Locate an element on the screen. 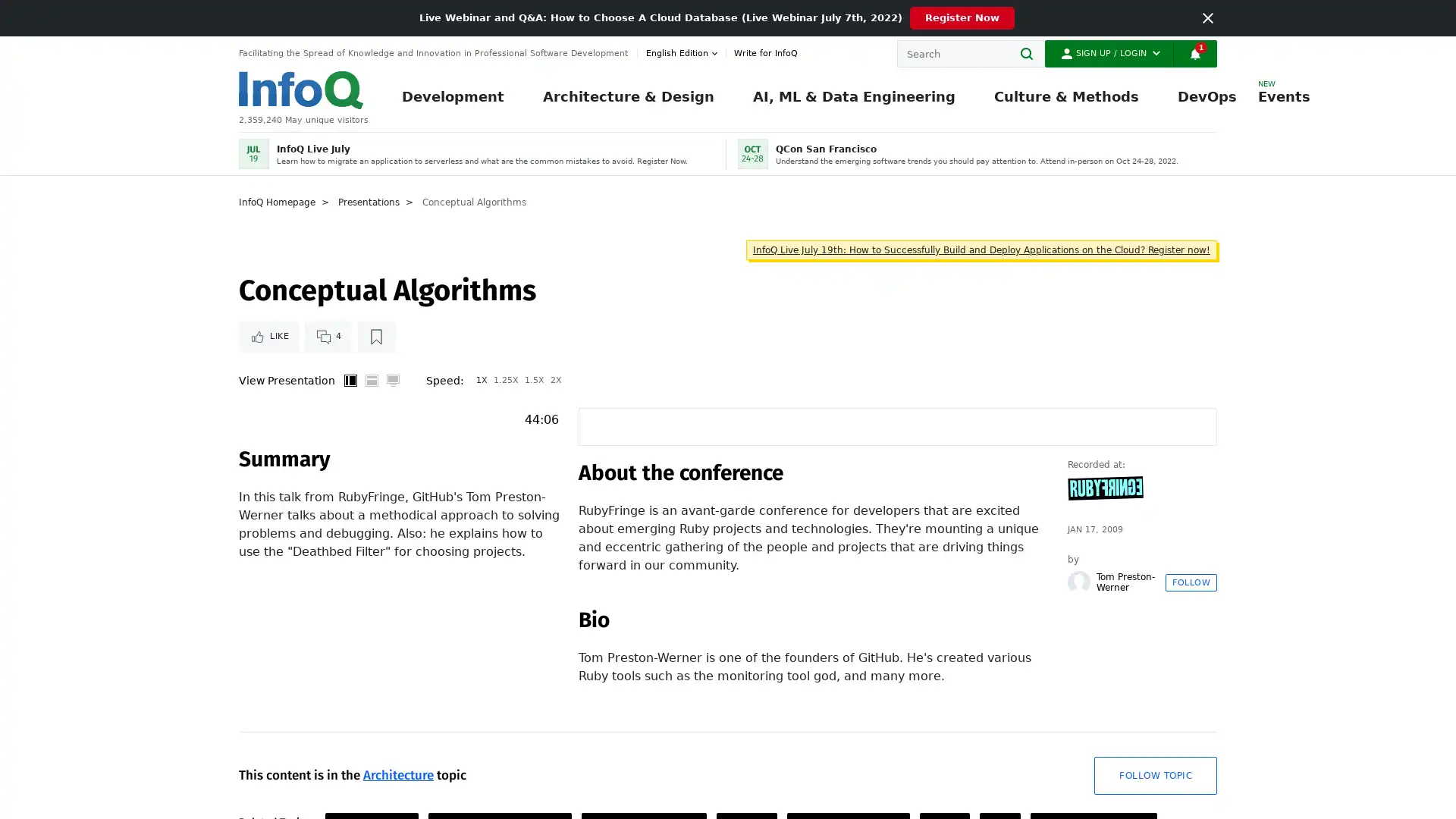  English edition is located at coordinates (683, 52).